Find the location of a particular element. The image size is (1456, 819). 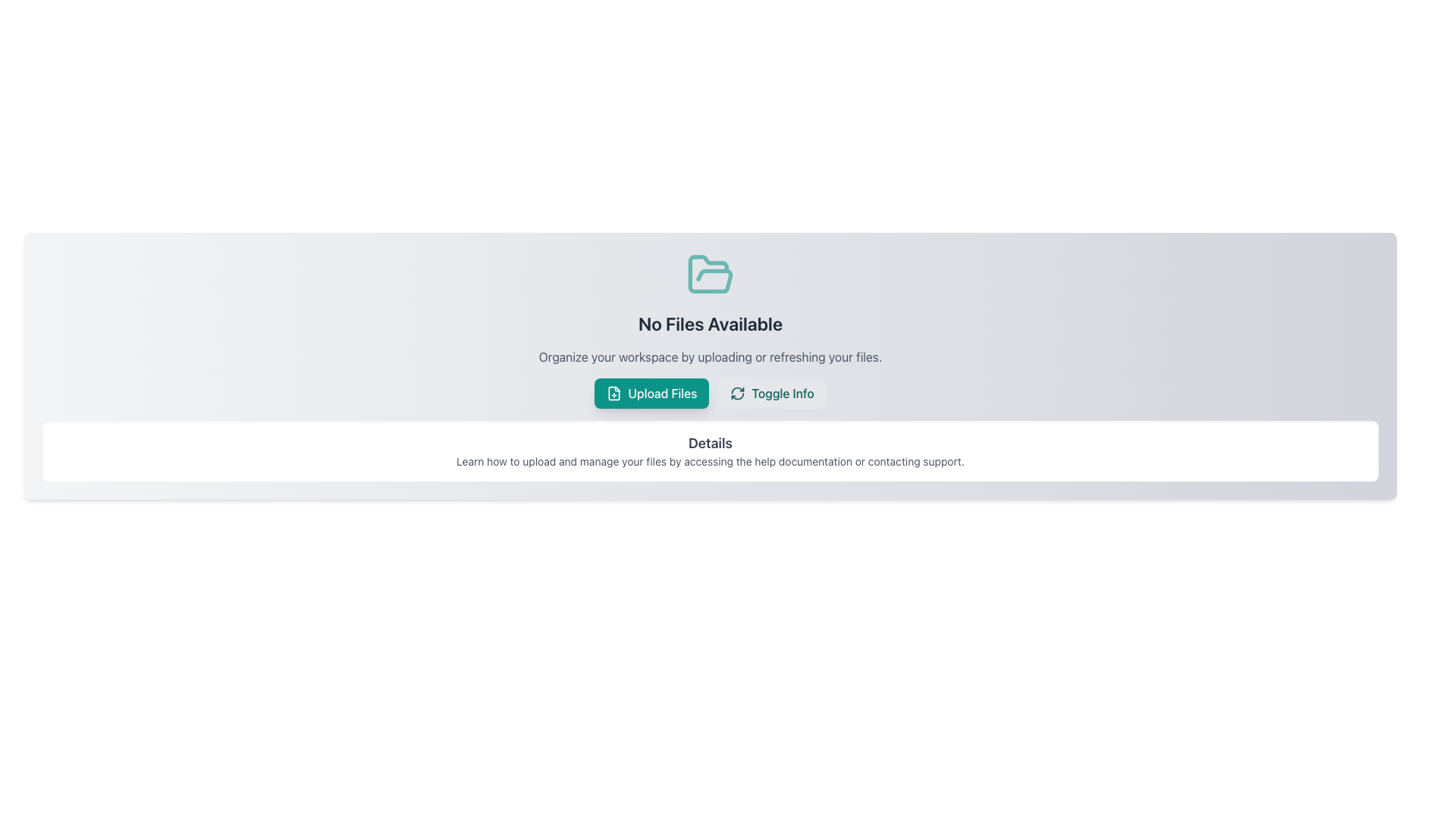

the Text Label within the button that initiates the file upload process, located to the left of the 'Toggle Info' button, below the 'No Files Available' heading is located at coordinates (662, 393).